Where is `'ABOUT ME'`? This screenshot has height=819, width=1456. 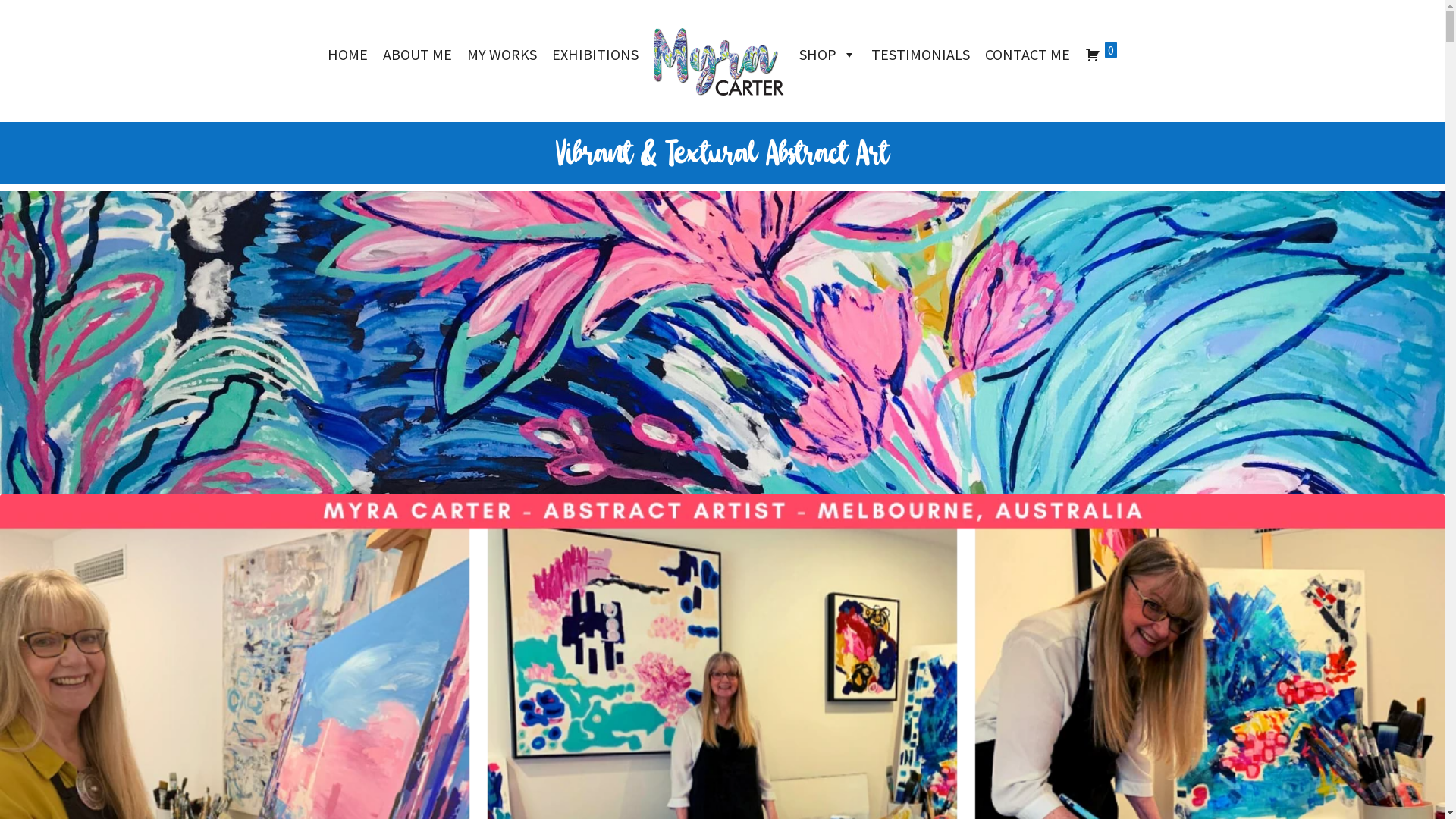
'ABOUT ME' is located at coordinates (417, 54).